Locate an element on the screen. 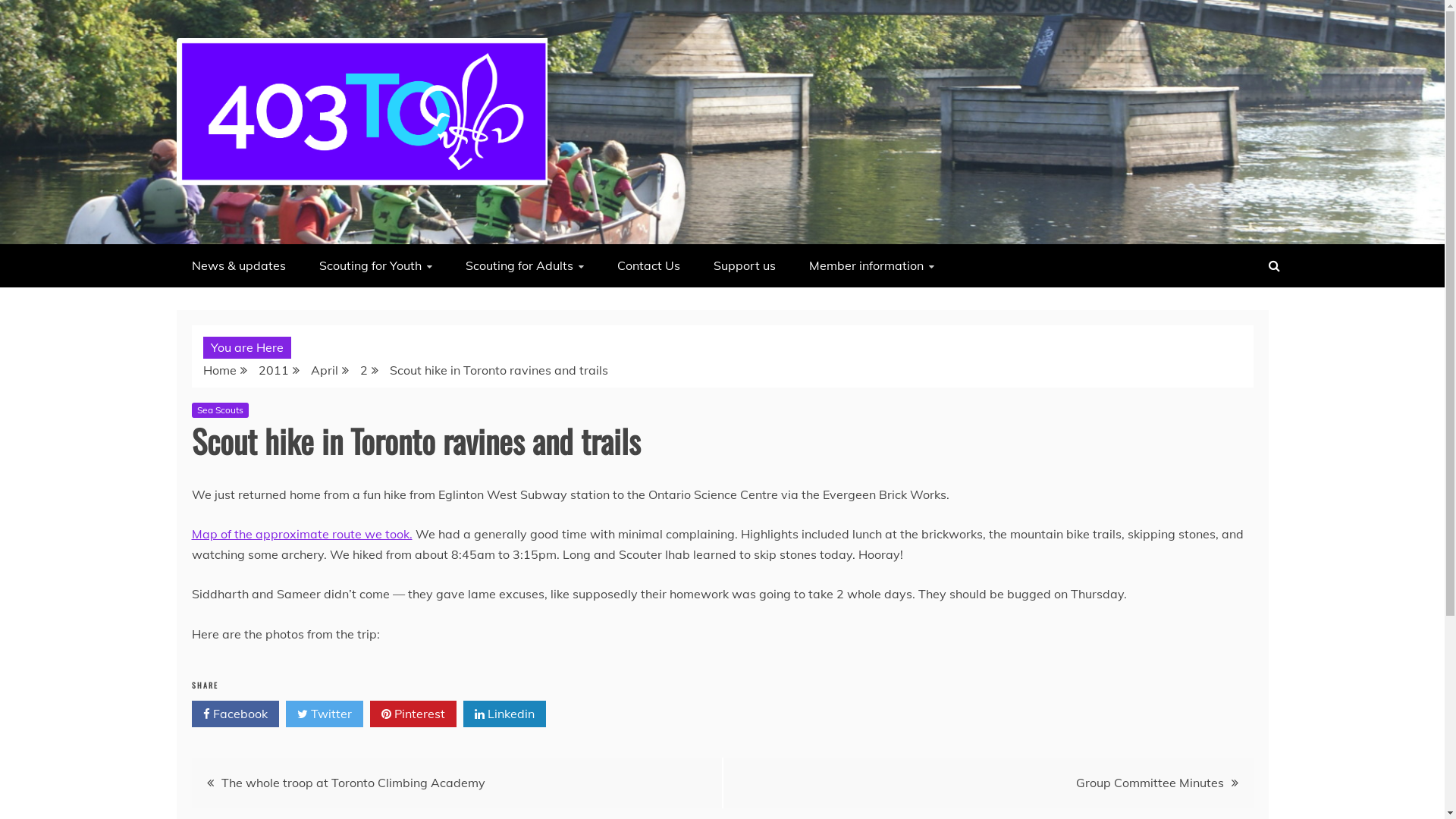 The height and width of the screenshot is (819, 1456). 'Facebook' is located at coordinates (234, 714).